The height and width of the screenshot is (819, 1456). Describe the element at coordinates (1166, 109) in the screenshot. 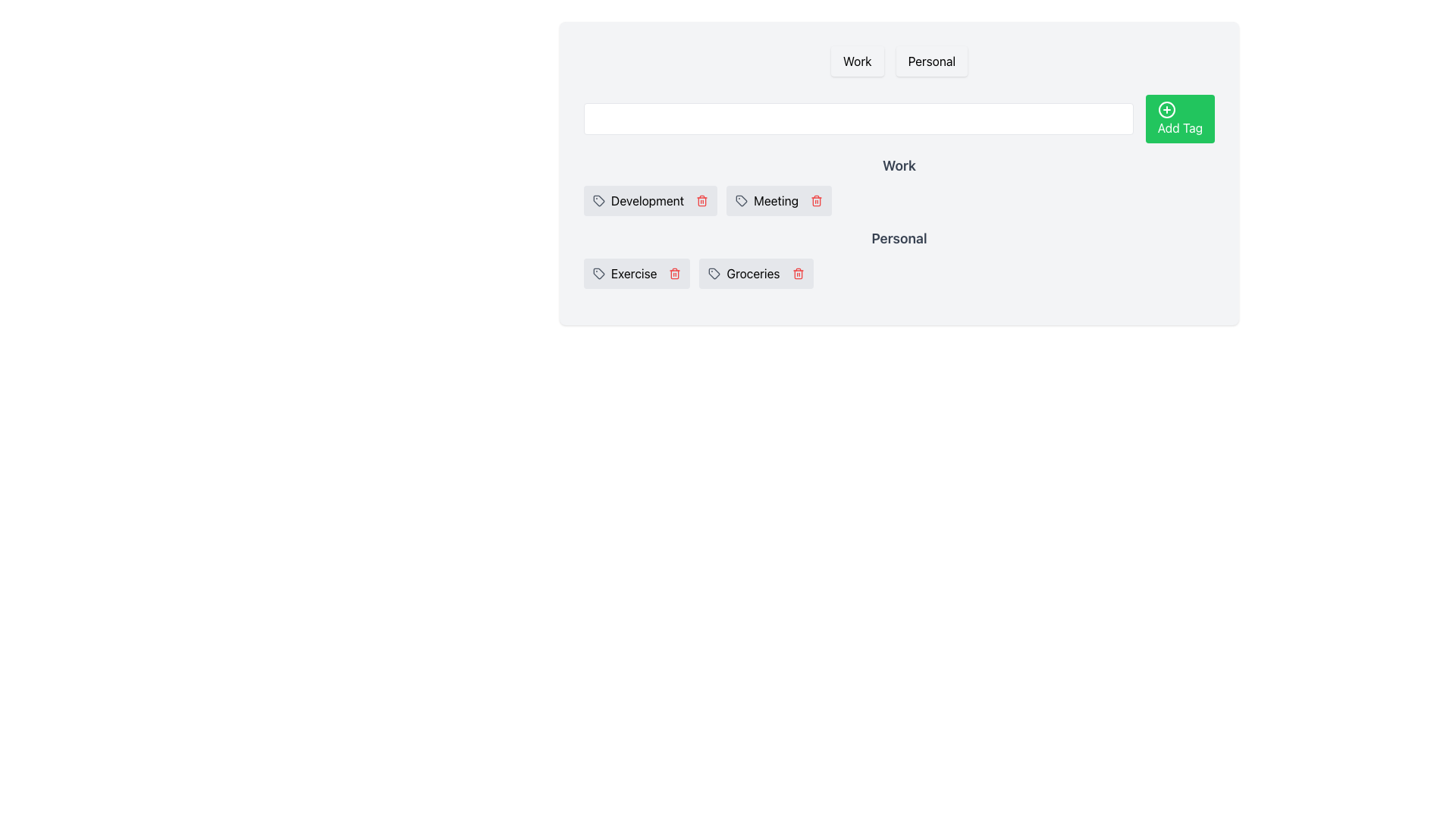

I see `the circular green icon with a white outlined plus sign located to the left of the 'Add Tag' text for visual feedback` at that location.